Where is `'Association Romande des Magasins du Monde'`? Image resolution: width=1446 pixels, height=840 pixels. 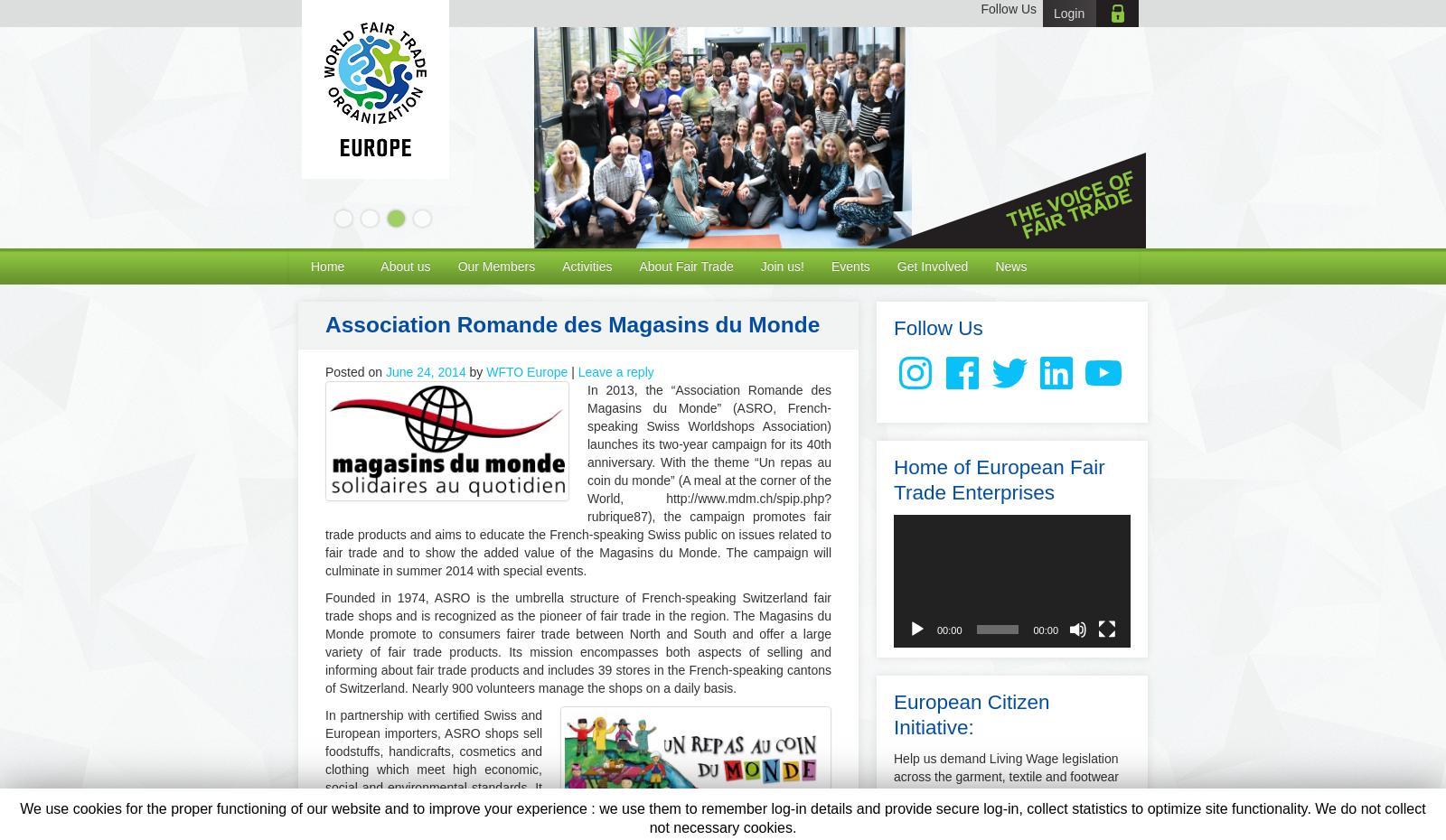
'Association Romande des Magasins du Monde' is located at coordinates (572, 323).